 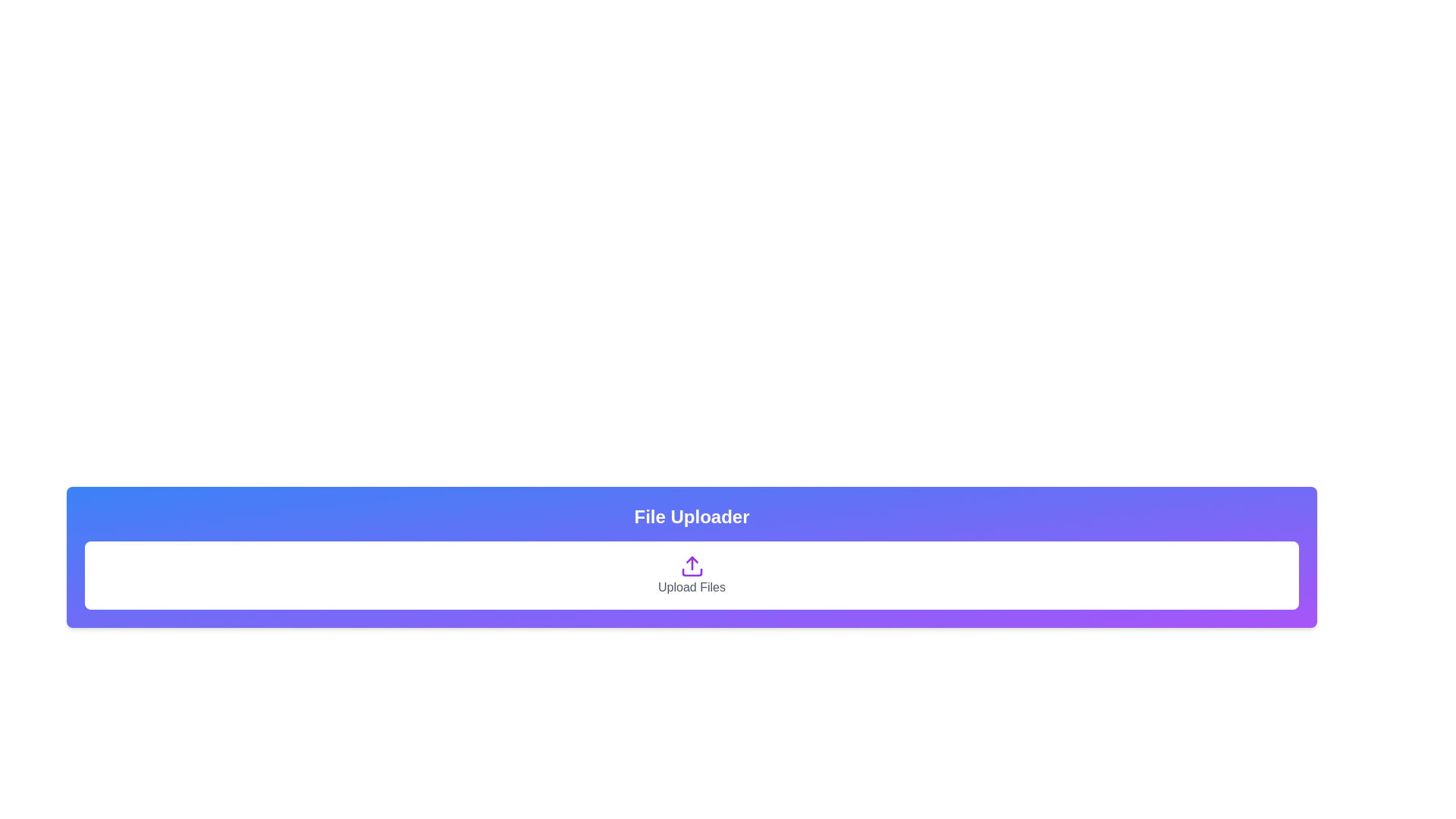 I want to click on the upload icon located above the 'Upload Files' text, which visually indicates the file upload functionality, so click(x=691, y=566).